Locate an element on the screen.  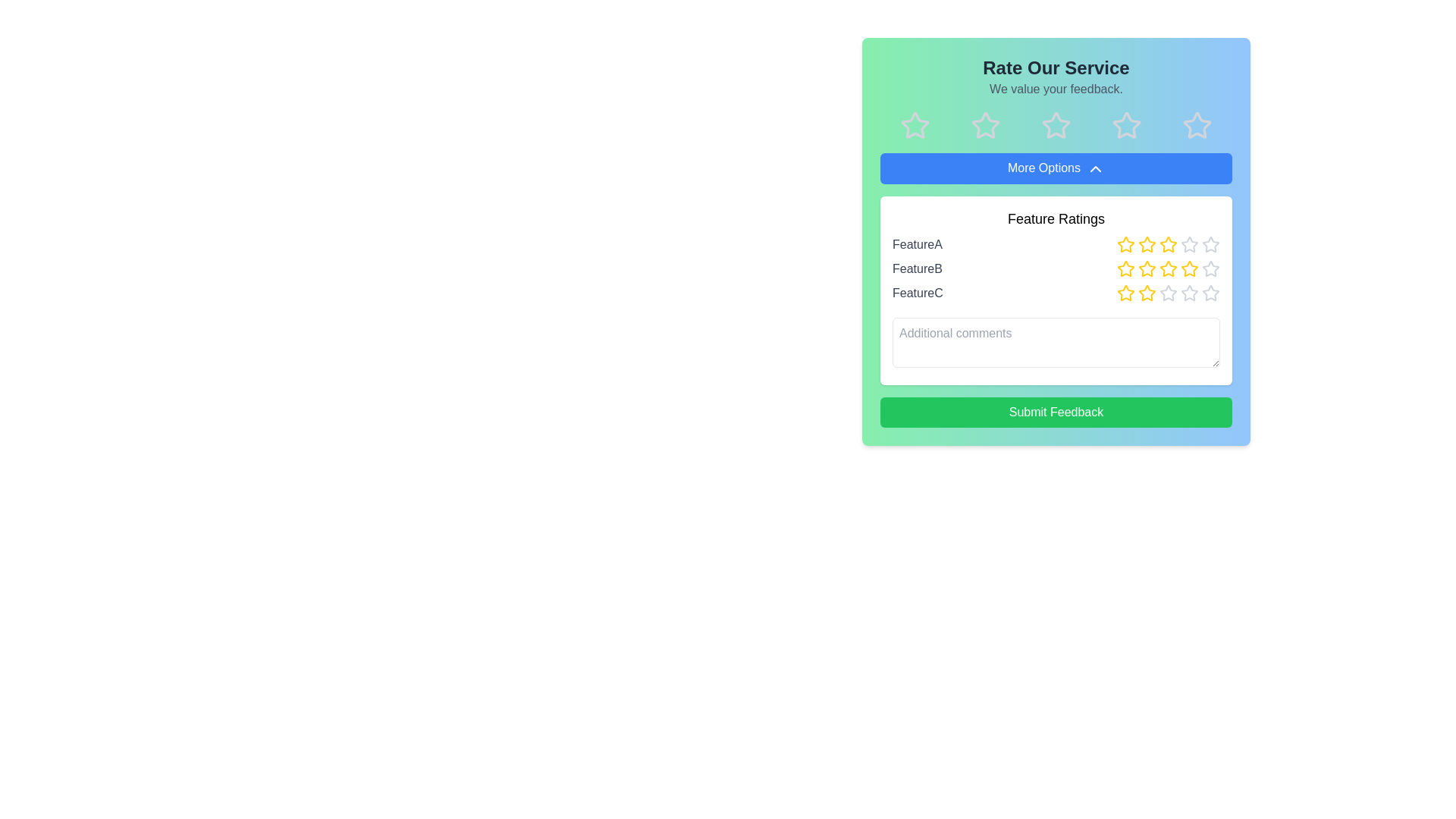
the fourth star icon in the rating system, which is part of a group of five star elements arranged horizontally at the top center of the interface is located at coordinates (1126, 124).